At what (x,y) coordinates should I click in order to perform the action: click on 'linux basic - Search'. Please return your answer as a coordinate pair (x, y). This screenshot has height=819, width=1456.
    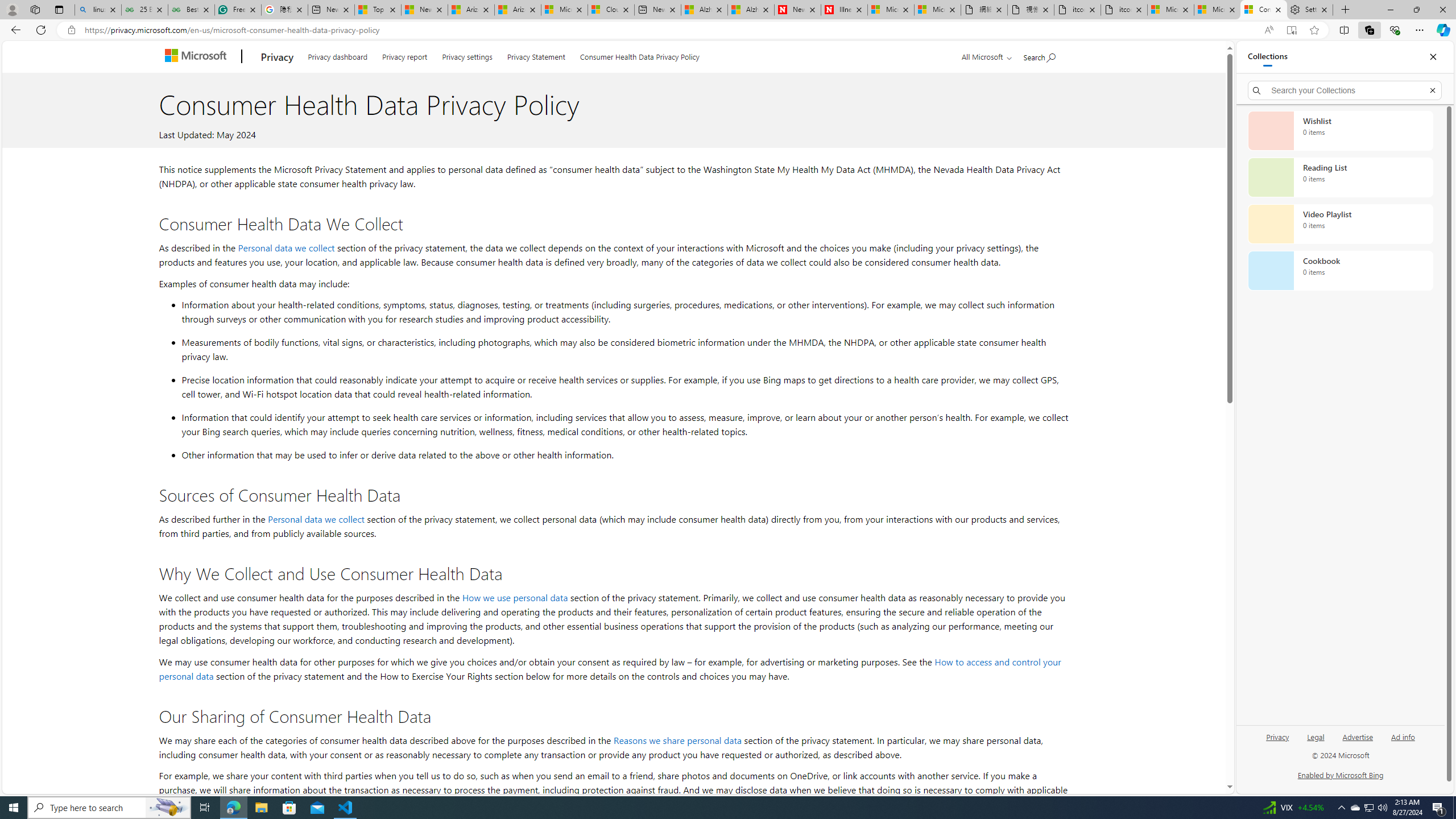
    Looking at the image, I should click on (97, 9).